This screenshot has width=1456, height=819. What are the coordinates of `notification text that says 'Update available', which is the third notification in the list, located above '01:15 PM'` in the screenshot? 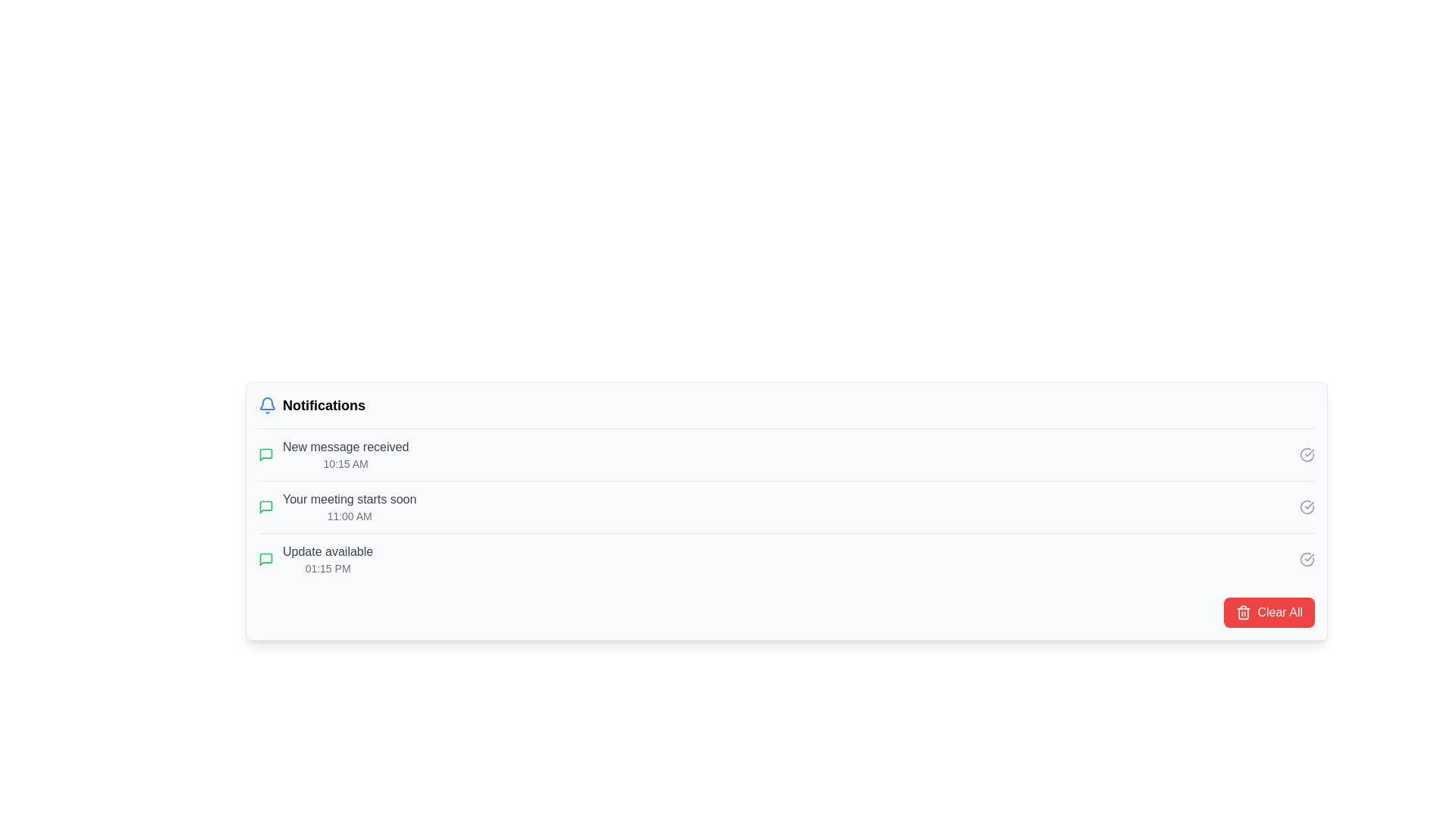 It's located at (327, 559).